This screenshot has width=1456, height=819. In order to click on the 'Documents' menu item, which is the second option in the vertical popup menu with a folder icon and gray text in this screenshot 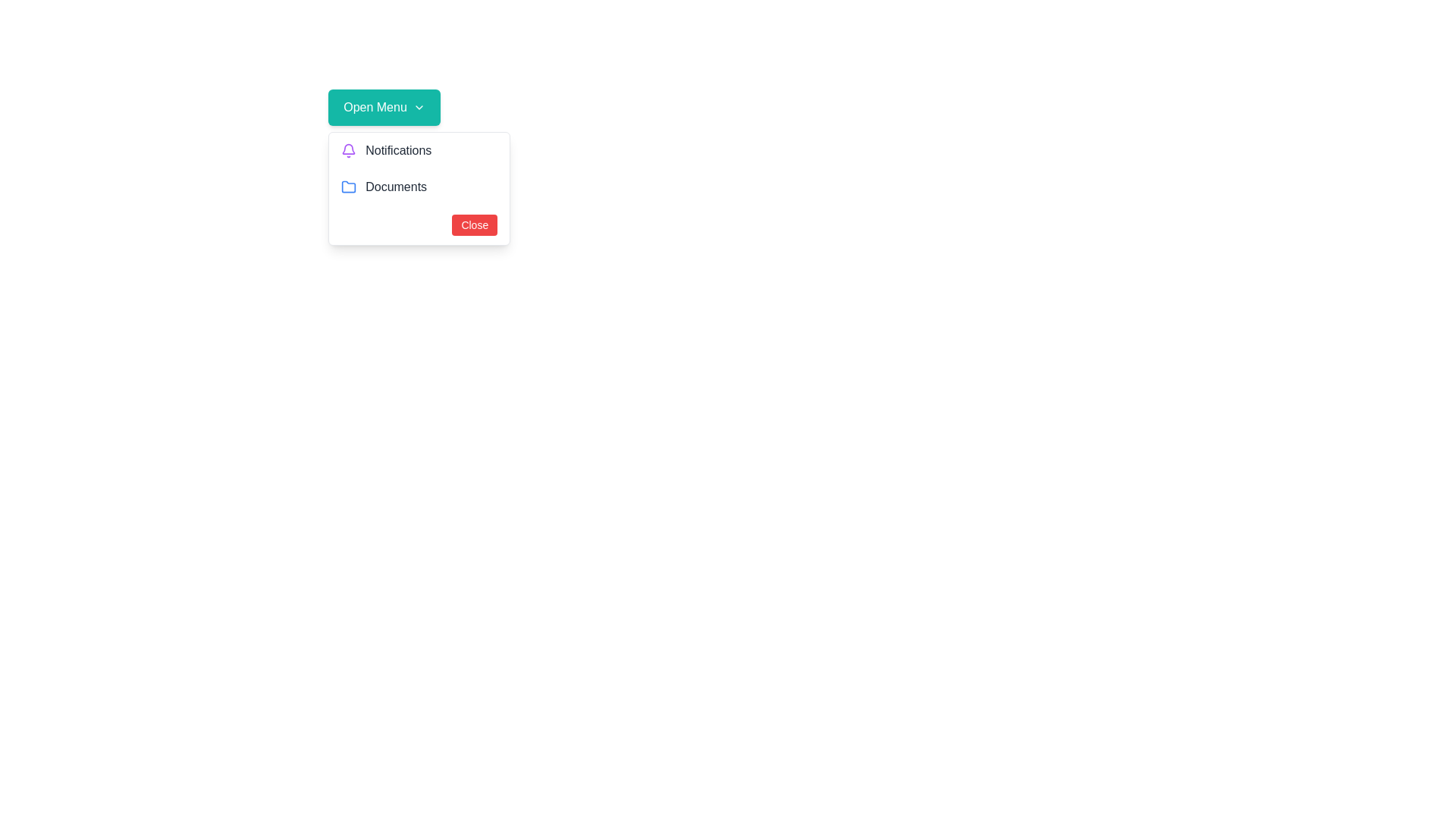, I will do `click(419, 186)`.